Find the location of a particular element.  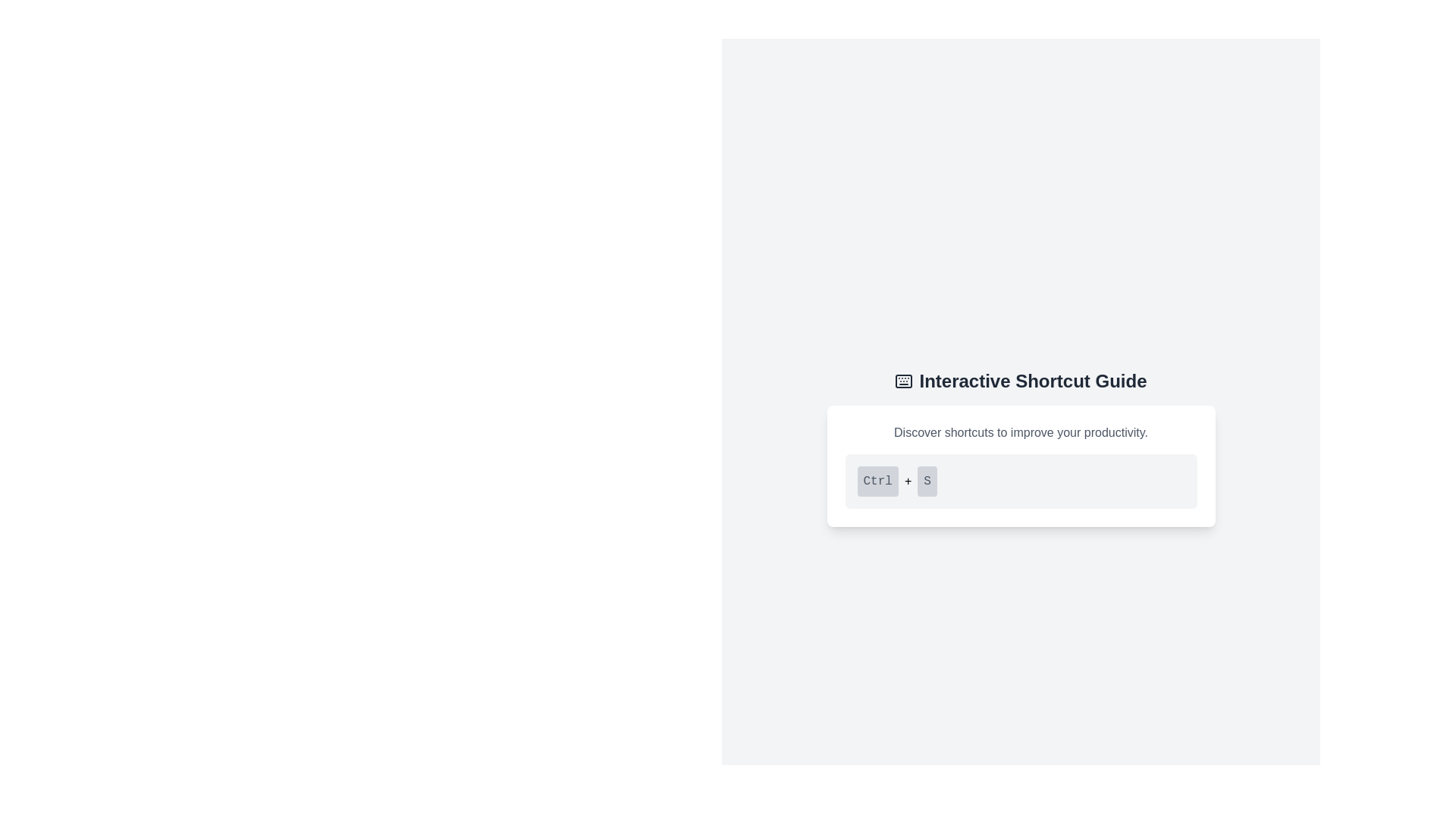

the keyboard shortcut display button that shows the character 'S' with a light gray background and rounded corners, which is positioned to the right of the 'Ctrl' key is located at coordinates (927, 482).